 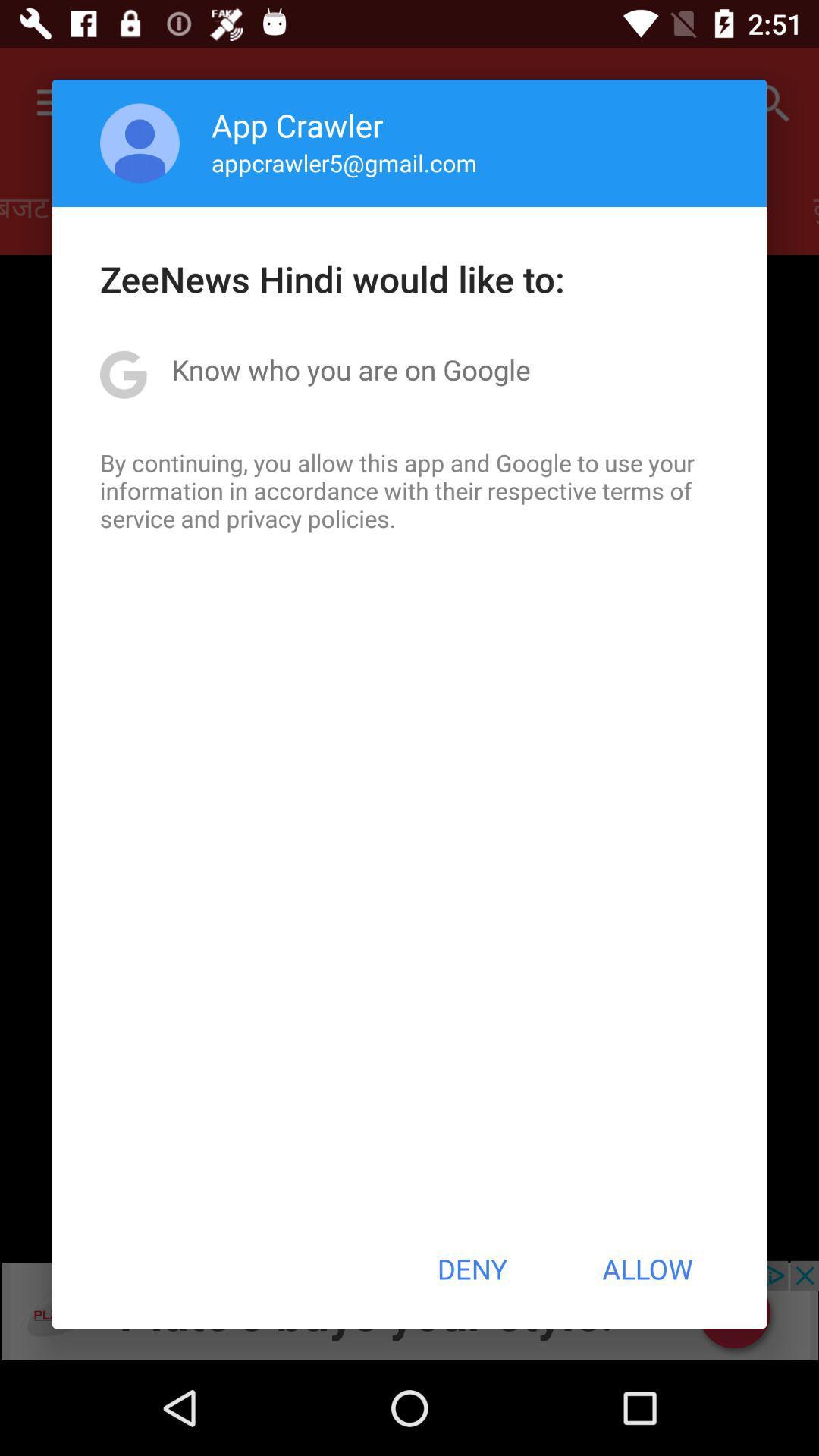 What do you see at coordinates (351, 369) in the screenshot?
I see `the item below the zeenews hindi would app` at bounding box center [351, 369].